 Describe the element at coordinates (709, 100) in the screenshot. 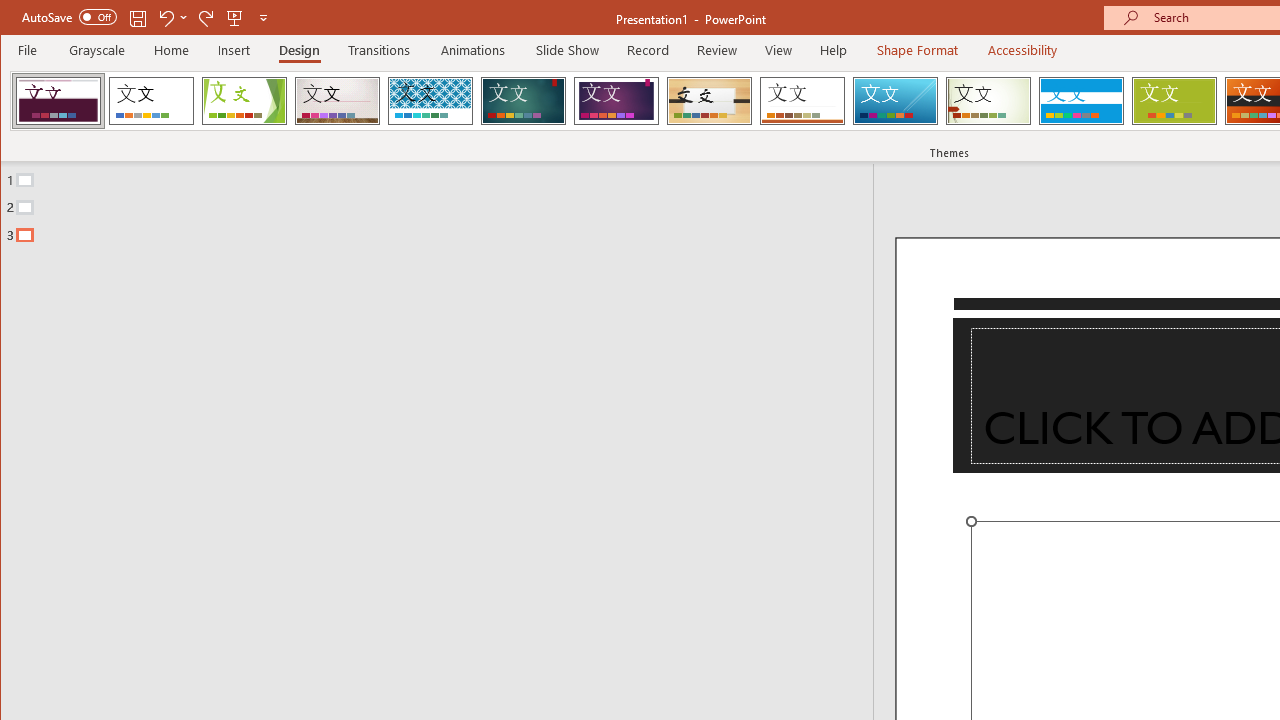

I see `'Organic'` at that location.